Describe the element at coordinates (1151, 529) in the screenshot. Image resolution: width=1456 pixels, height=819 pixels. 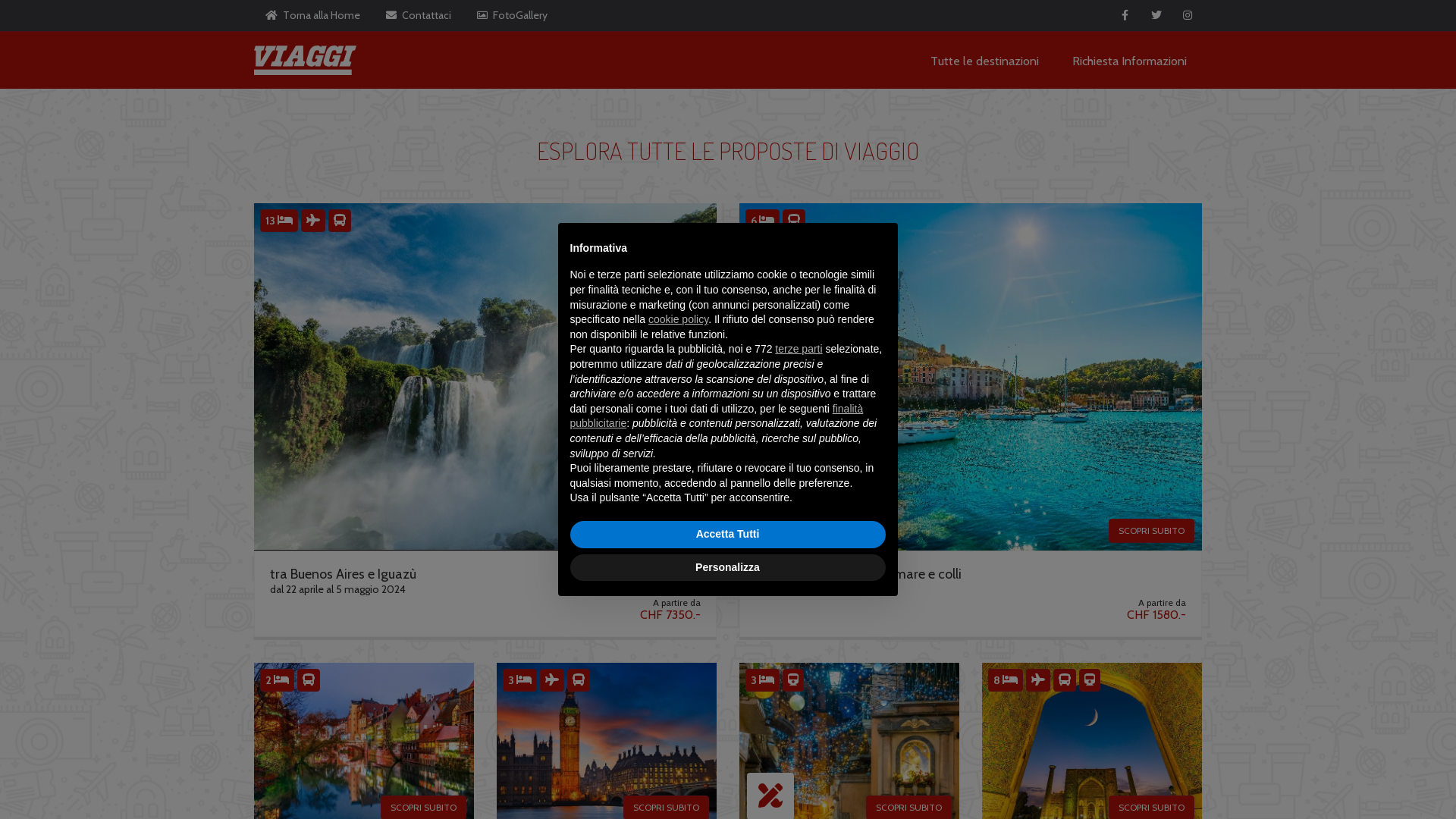
I see `'SCOPRI SUBITO'` at that location.